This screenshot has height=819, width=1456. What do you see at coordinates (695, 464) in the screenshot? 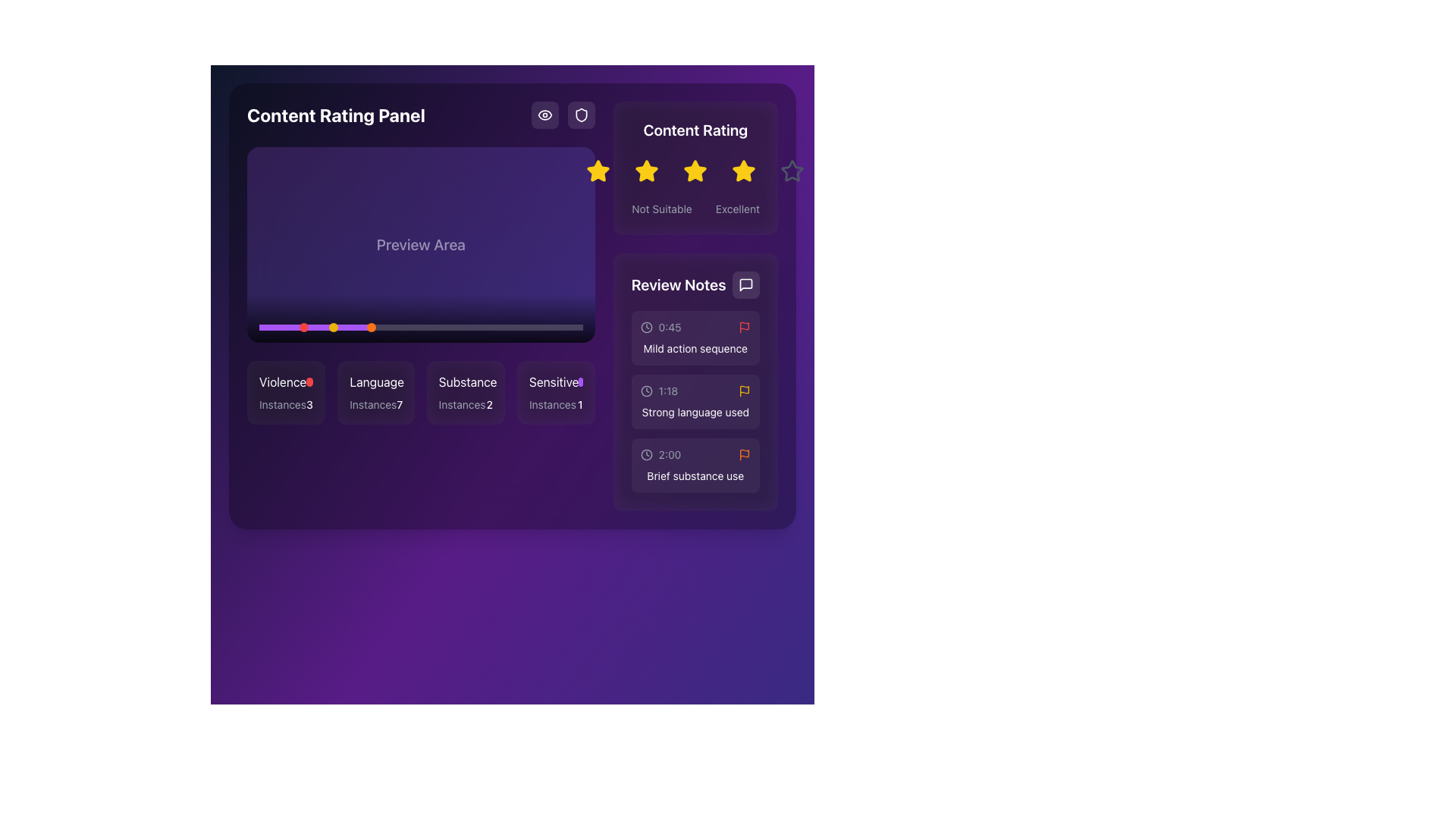
I see `the card panel item displaying the timestamp '2:00' and the text 'Brief substance use' located in the 'Review Notes' panel, which is the third item in the vertical list` at bounding box center [695, 464].